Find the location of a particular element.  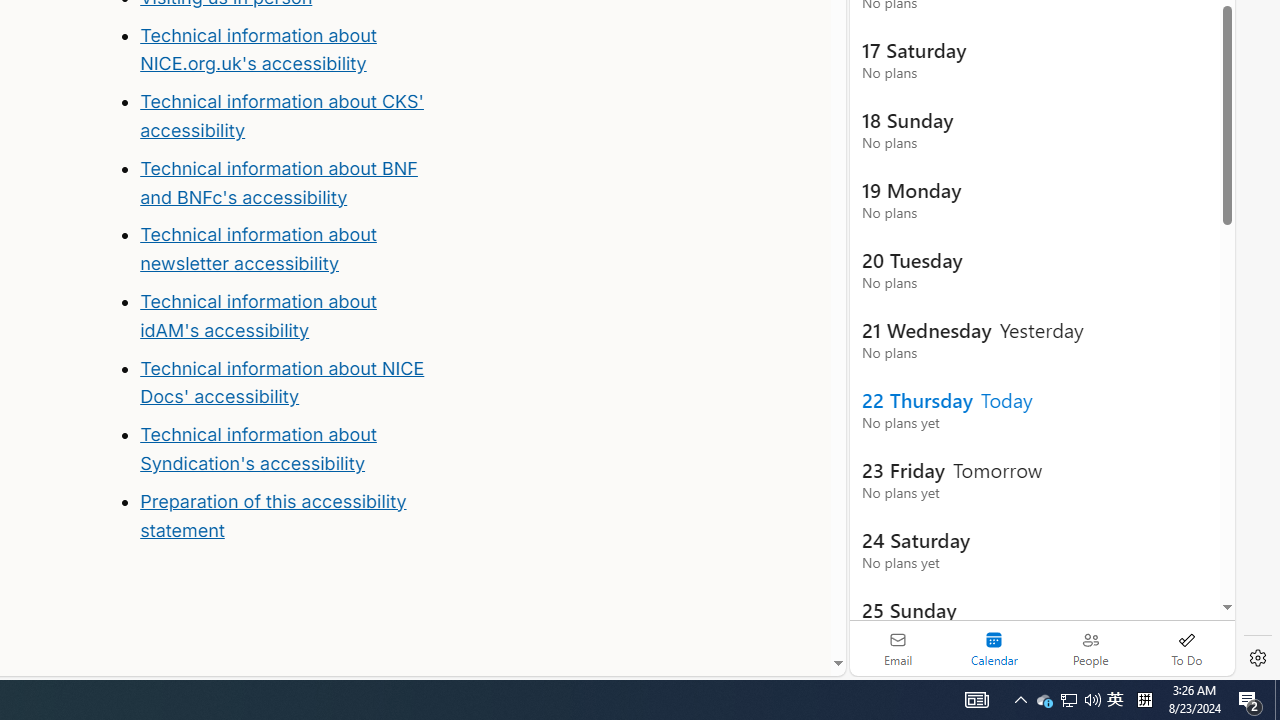

'Preparation of this accessibility statement' is located at coordinates (272, 514).